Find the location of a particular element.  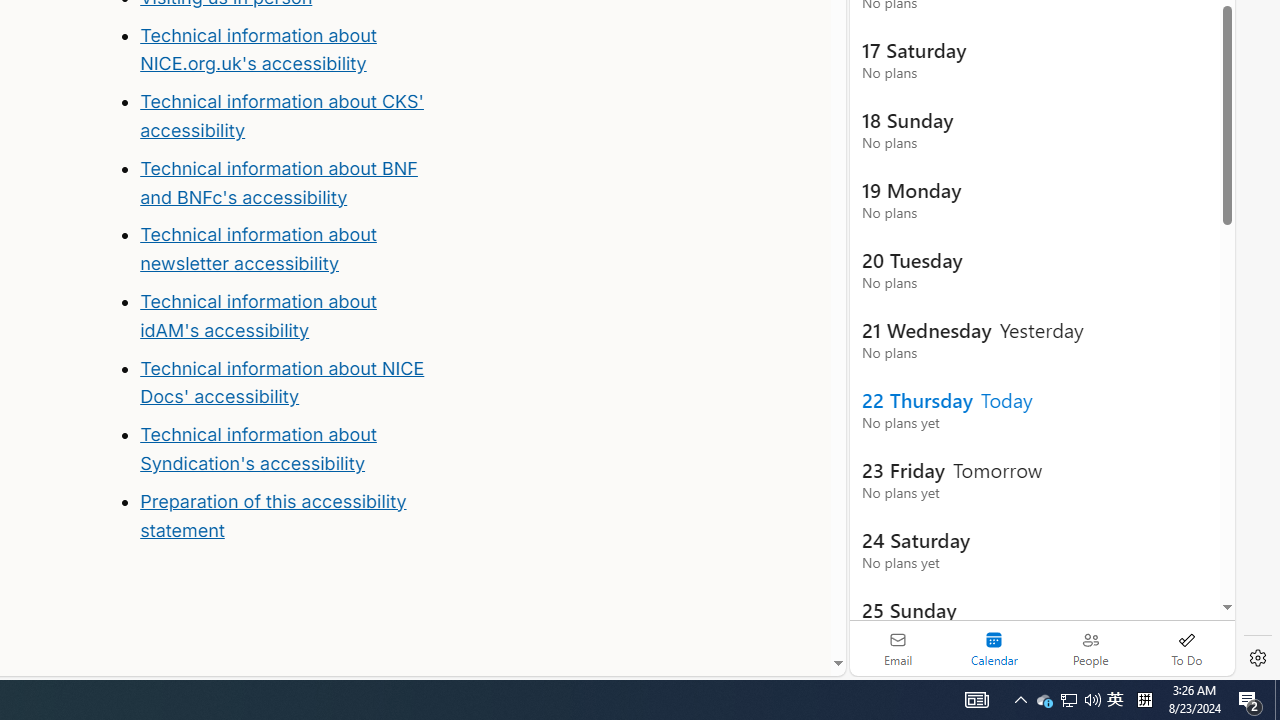

'Preparation of this accessibility statement' is located at coordinates (272, 514).